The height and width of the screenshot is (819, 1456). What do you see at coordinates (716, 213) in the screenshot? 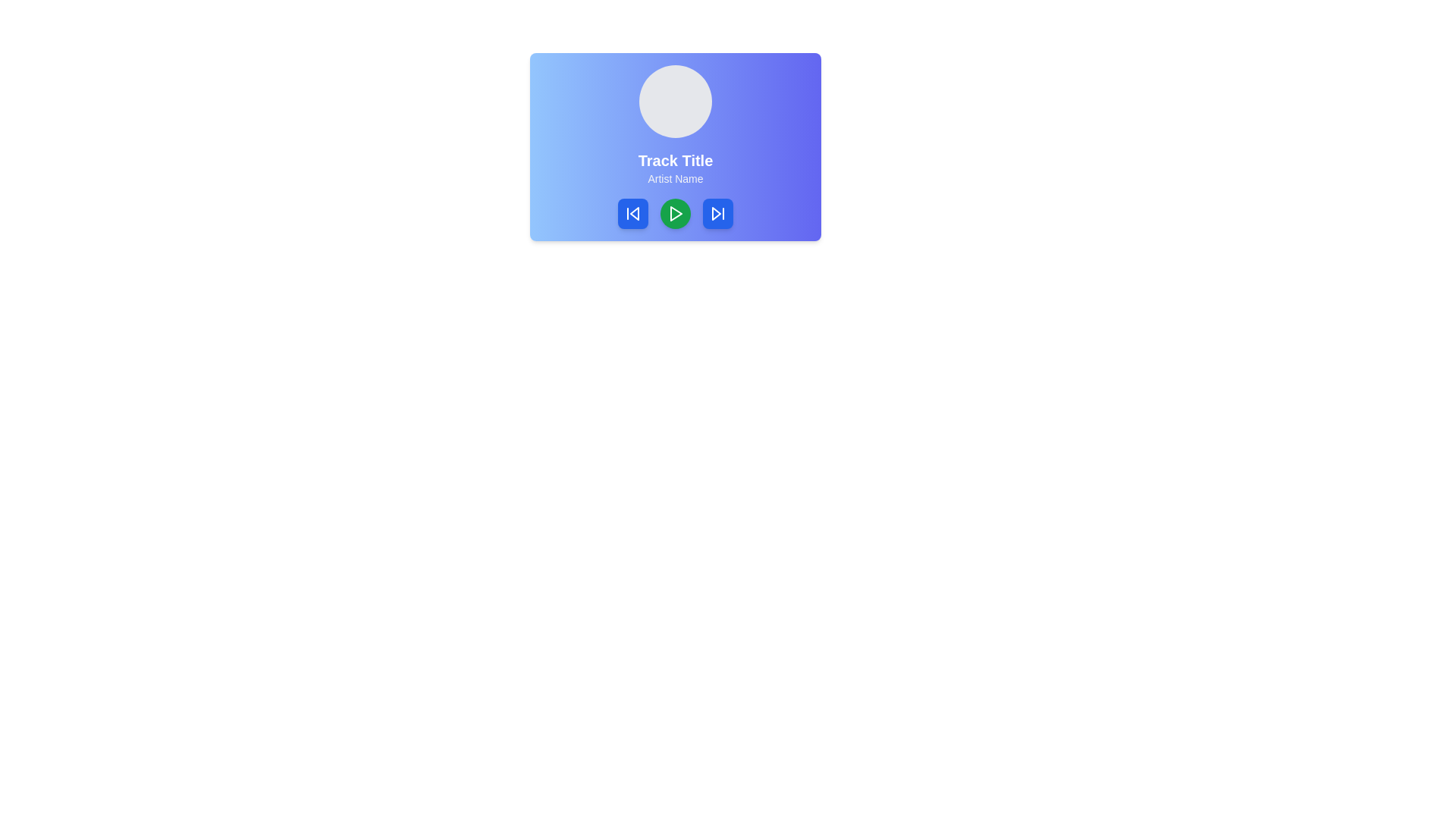
I see `the triangular arrow icon button in the music player interface` at bounding box center [716, 213].